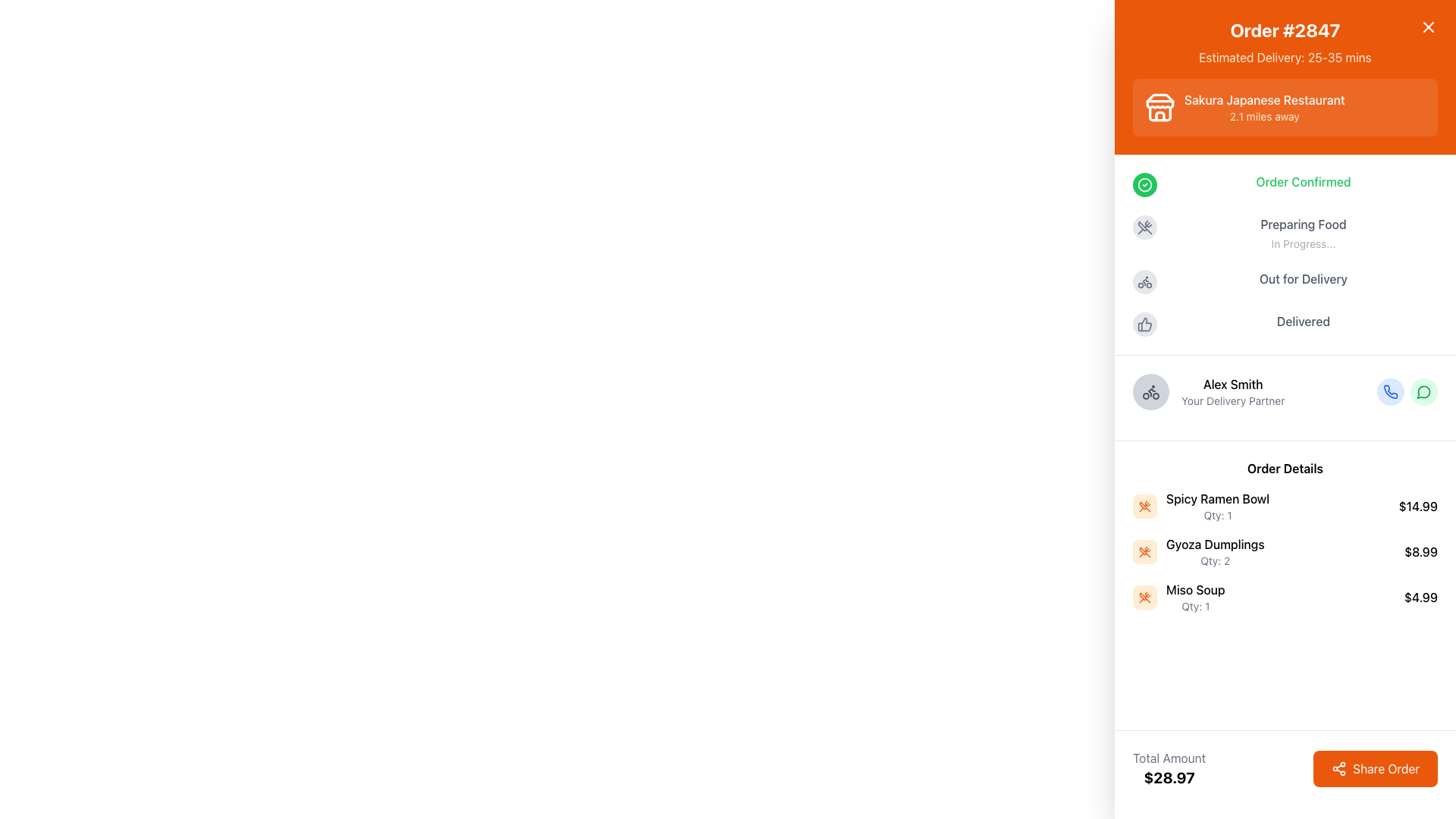 The image size is (1456, 819). I want to click on the restaurant name and distance text label located in the detailed order summary section, positioned in the orange background header area near the top right corner, so click(1264, 107).